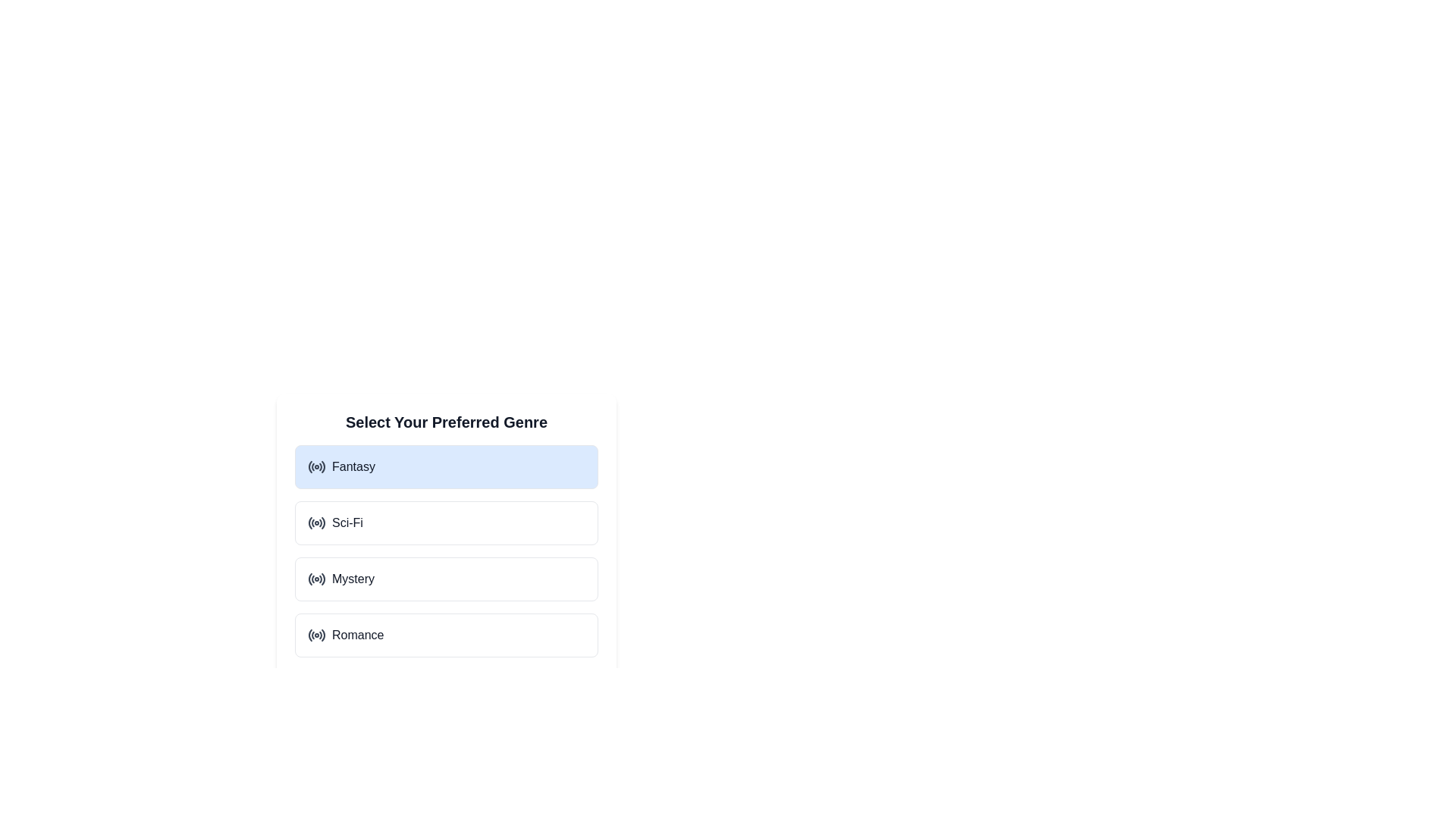 The image size is (1456, 819). Describe the element at coordinates (352, 579) in the screenshot. I see `the 'Mystery' genre option text label, which is part of a vertical list of genre selectors, positioned third from the top` at that location.